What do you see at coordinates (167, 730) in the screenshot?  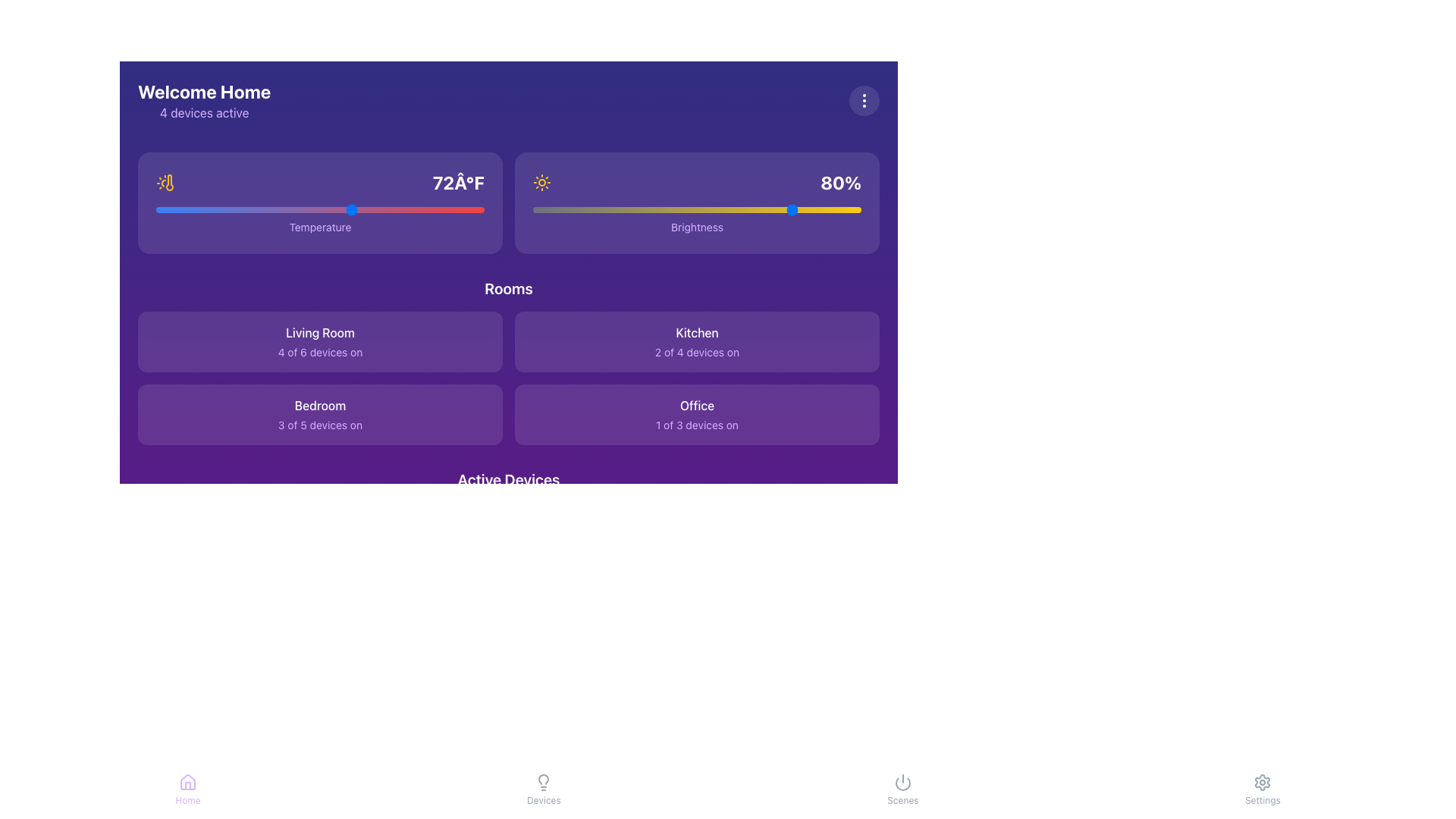 I see `the lock icon, which is a gray, circular padlock shape located at the bottom-left corner of the interface, near the 'Home' button` at bounding box center [167, 730].